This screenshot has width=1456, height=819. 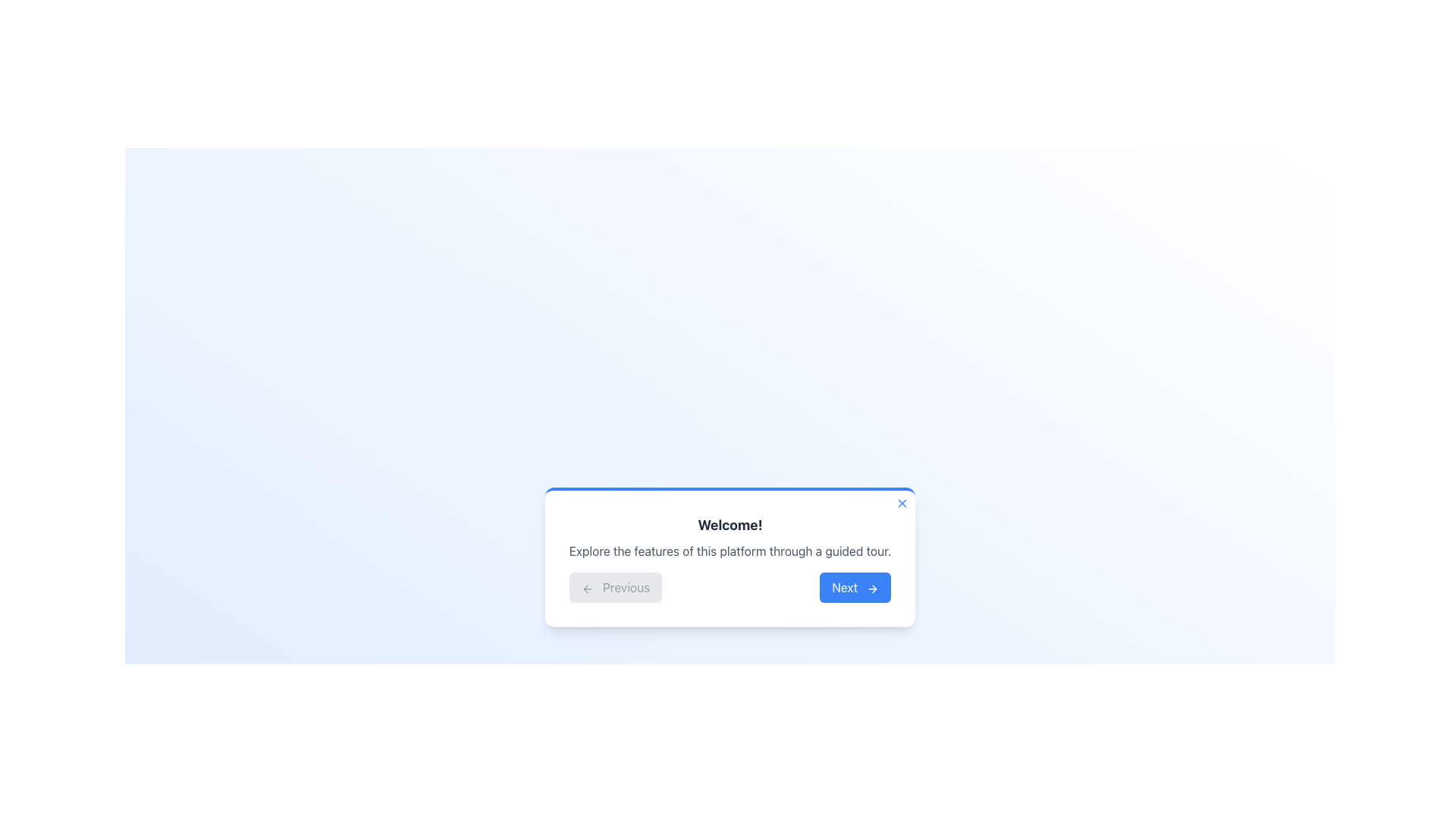 What do you see at coordinates (855, 587) in the screenshot?
I see `the second interactive button located at the bottom of the modal window` at bounding box center [855, 587].